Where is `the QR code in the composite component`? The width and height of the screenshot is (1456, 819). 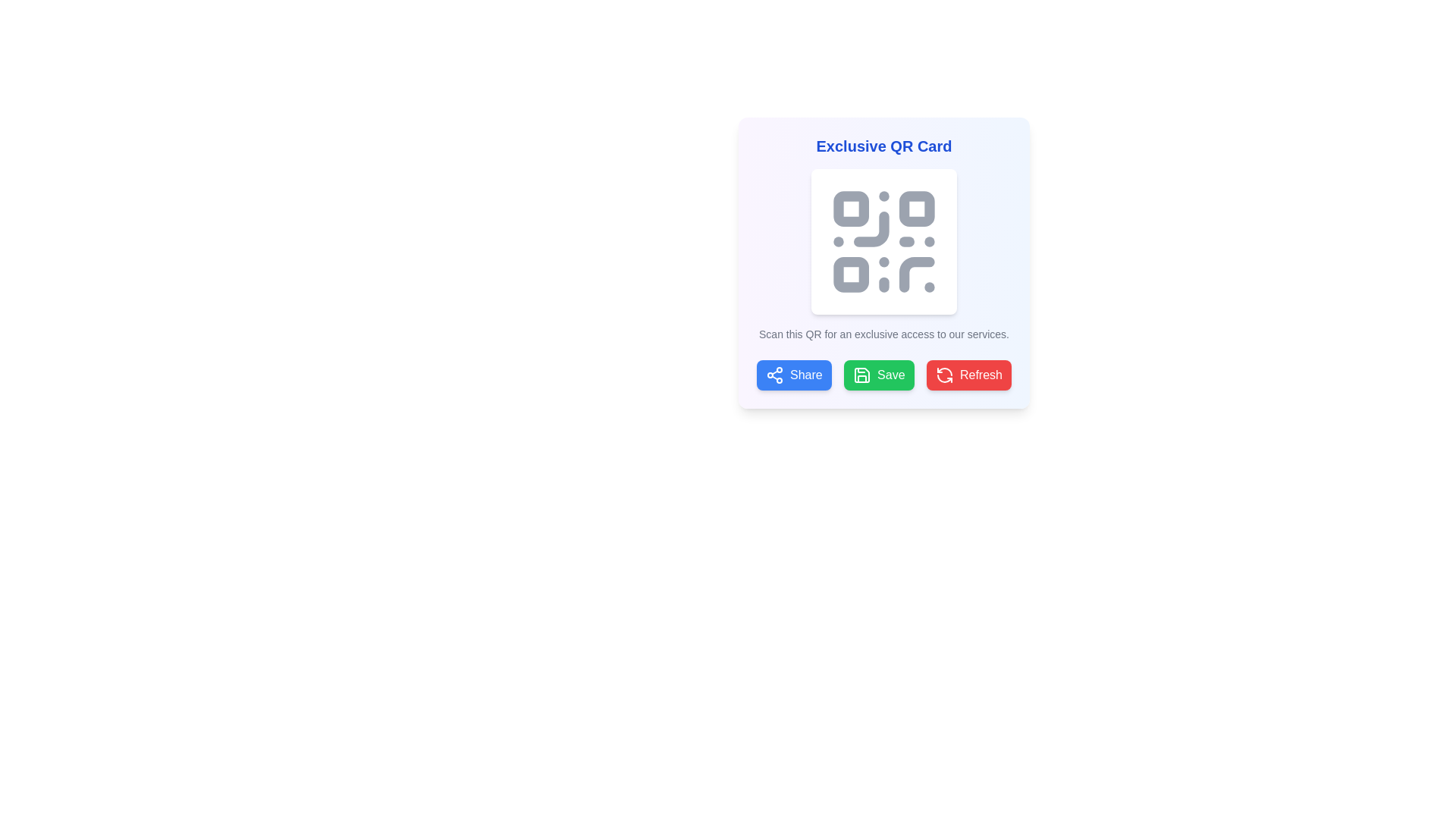
the QR code in the composite component is located at coordinates (884, 262).